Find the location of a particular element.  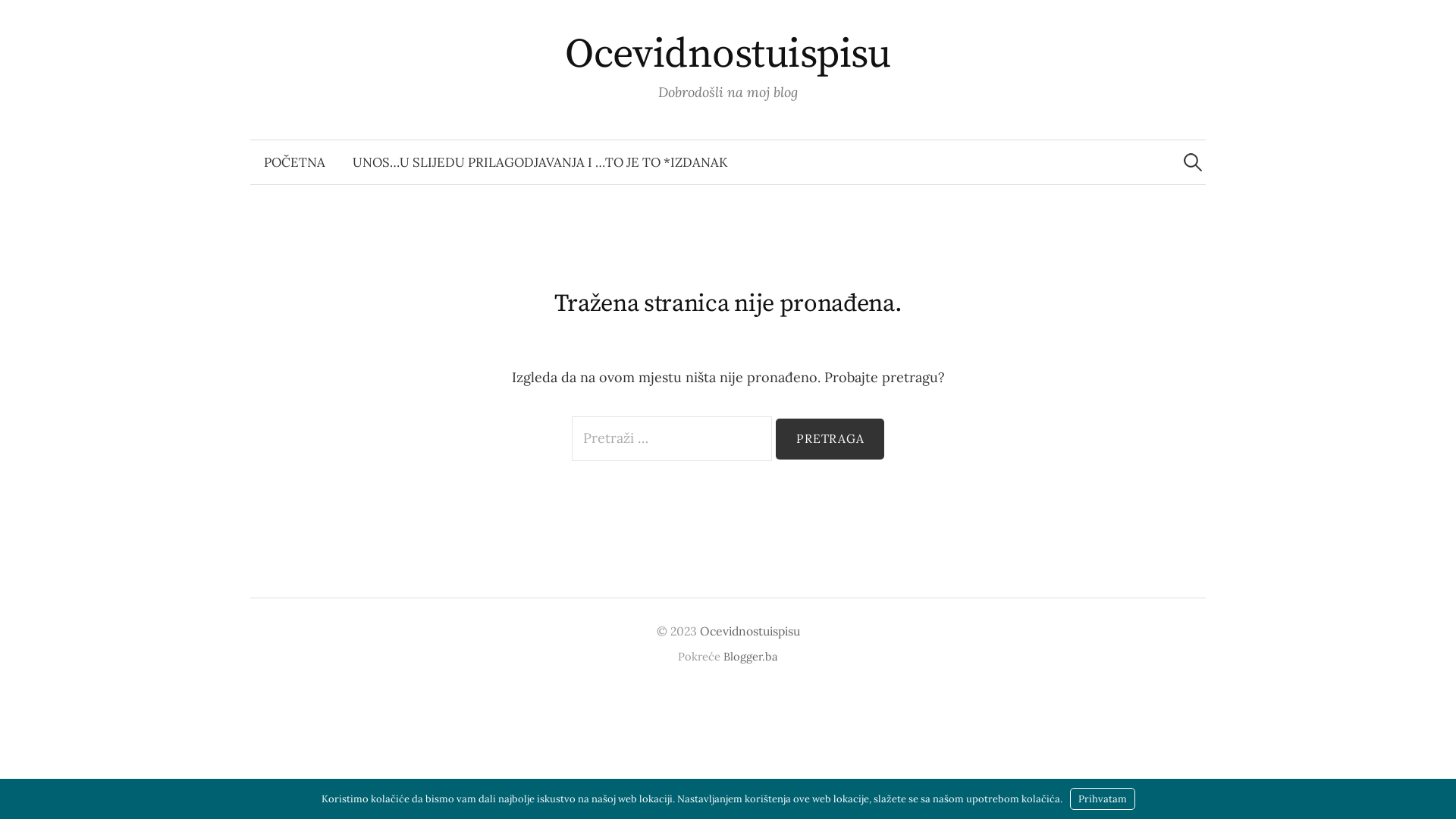

'Prihvatam' is located at coordinates (1102, 798).